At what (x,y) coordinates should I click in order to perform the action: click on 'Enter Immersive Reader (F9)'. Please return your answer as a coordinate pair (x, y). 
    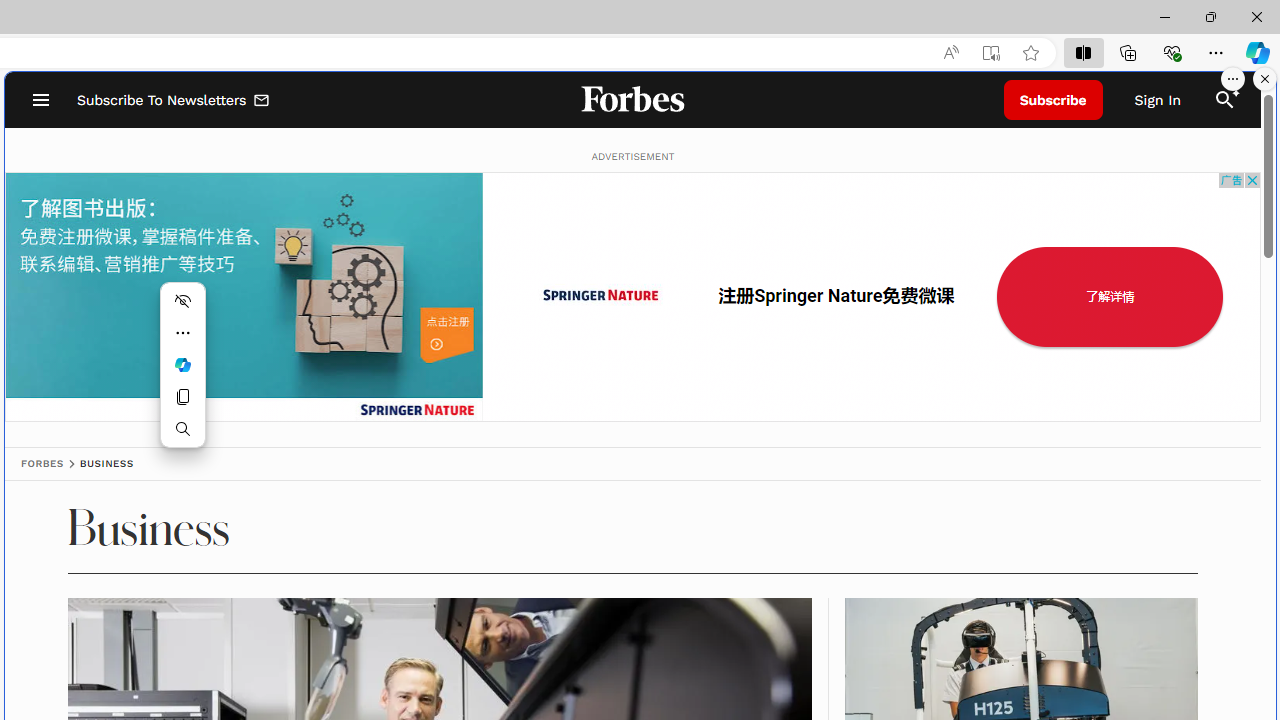
    Looking at the image, I should click on (991, 52).